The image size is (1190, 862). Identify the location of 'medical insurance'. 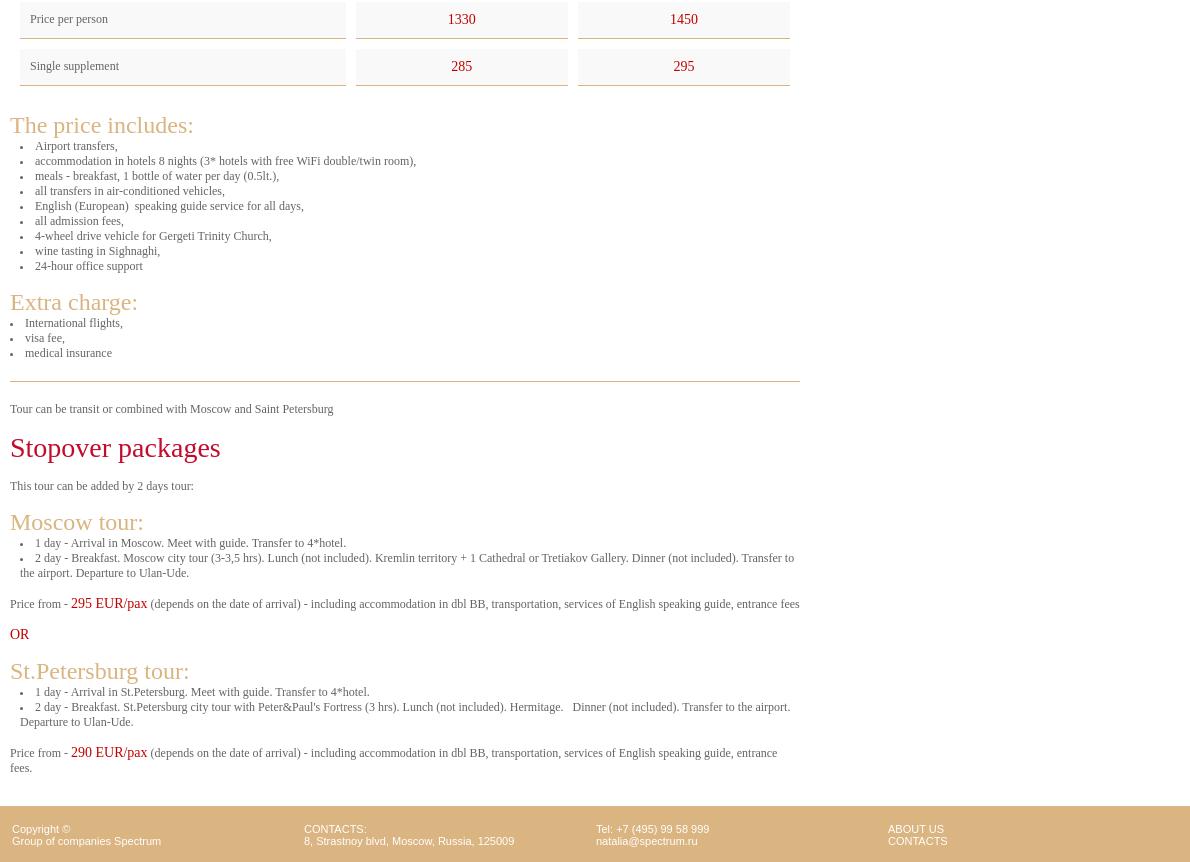
(67, 352).